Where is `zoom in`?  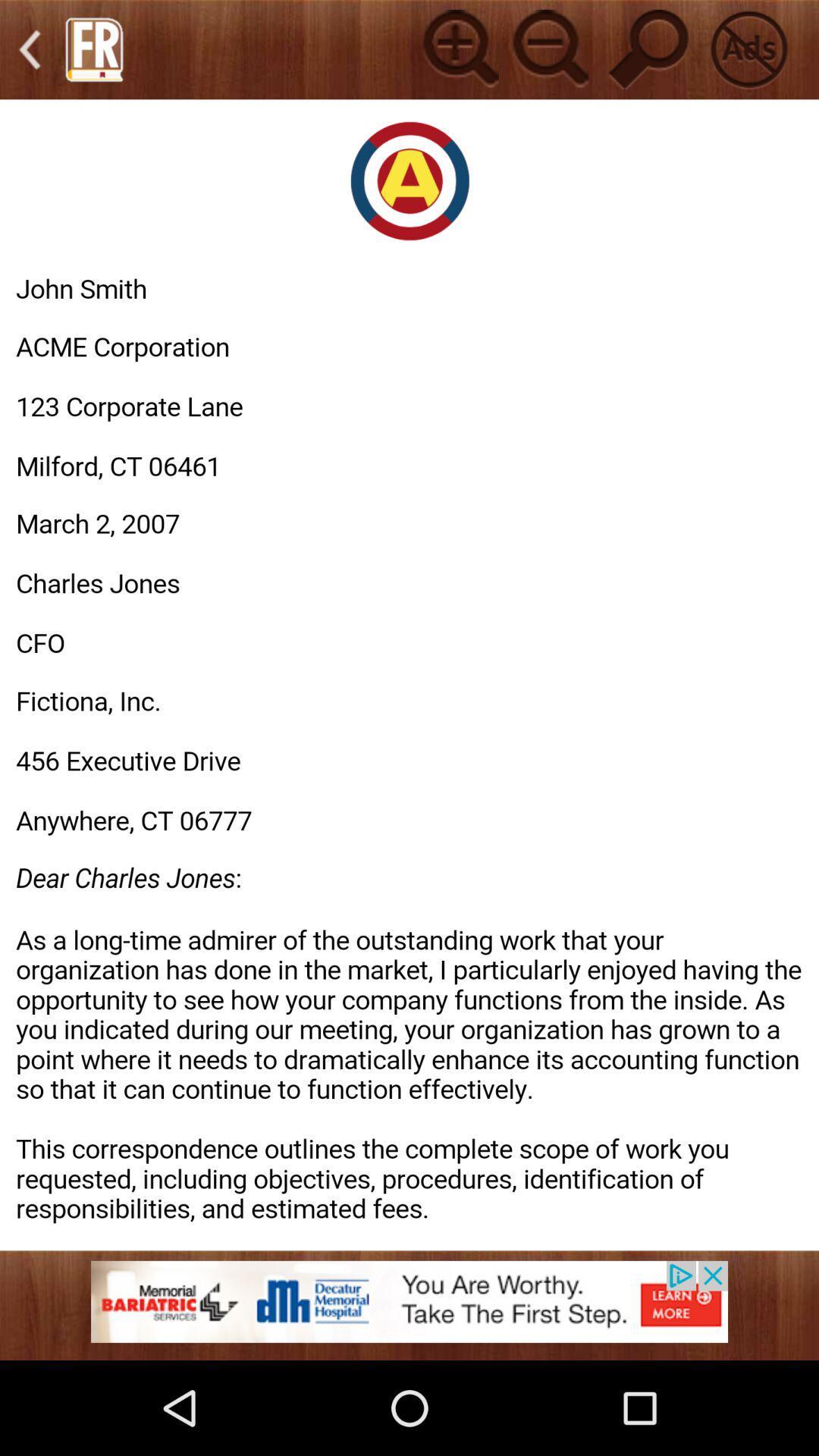
zoom in is located at coordinates (458, 49).